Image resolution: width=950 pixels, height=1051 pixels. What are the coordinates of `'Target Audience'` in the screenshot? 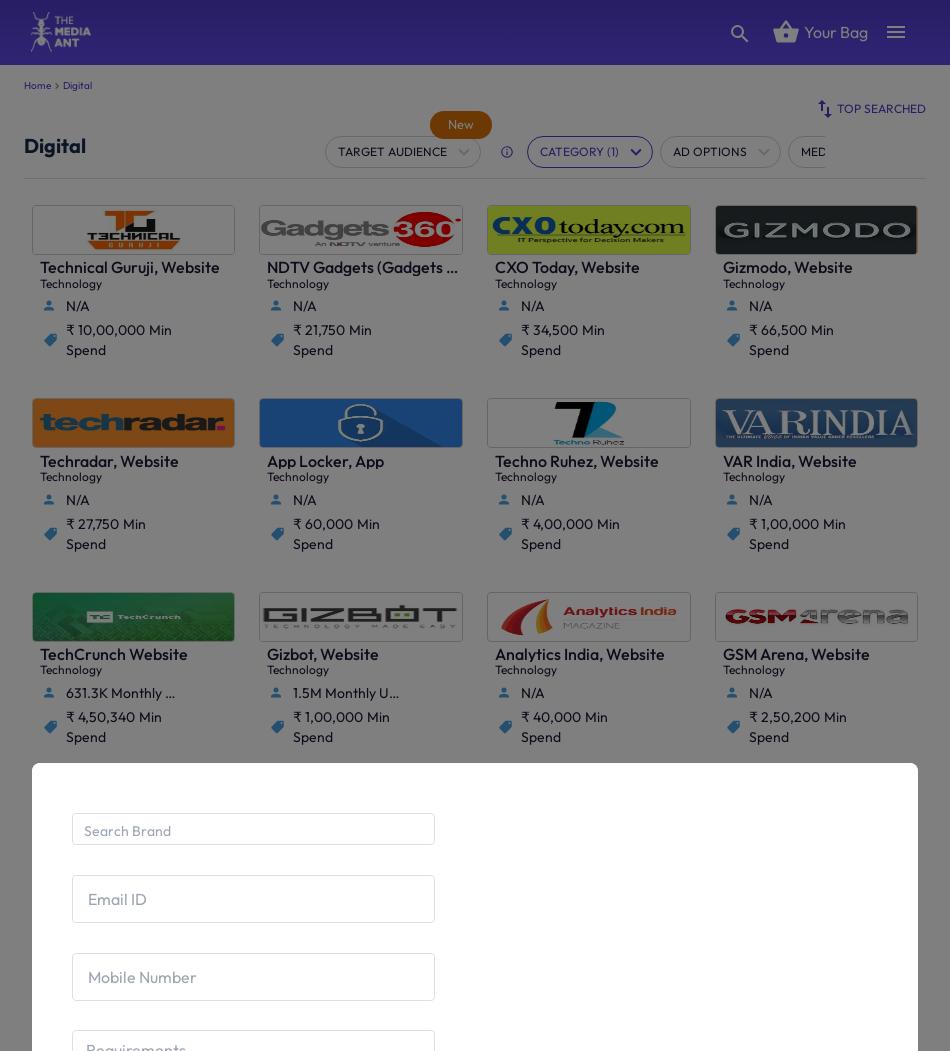 It's located at (390, 150).